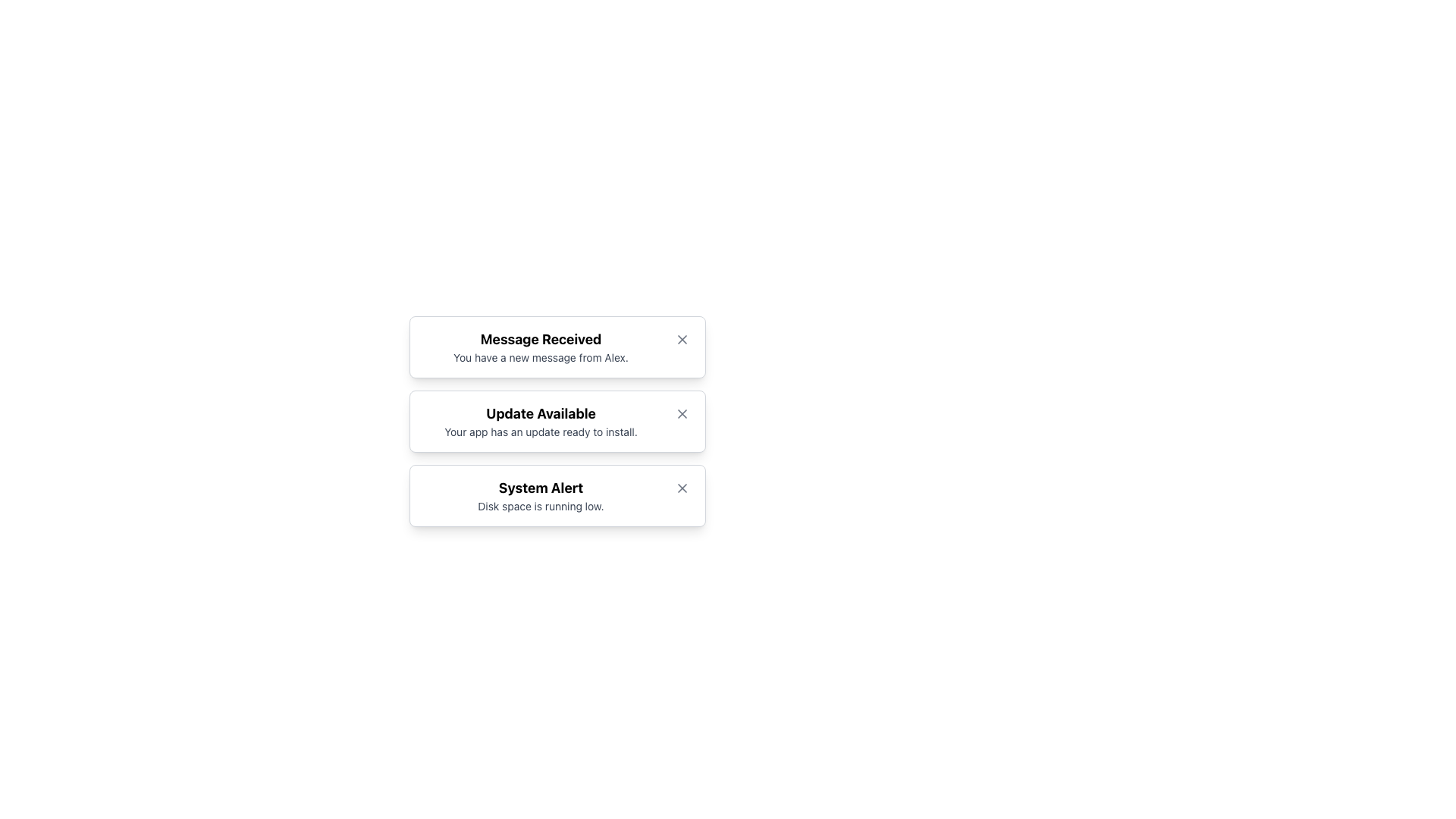 This screenshot has width=1456, height=819. What do you see at coordinates (682, 488) in the screenshot?
I see `the close graphical icon within the 'System Alert' notification box` at bounding box center [682, 488].